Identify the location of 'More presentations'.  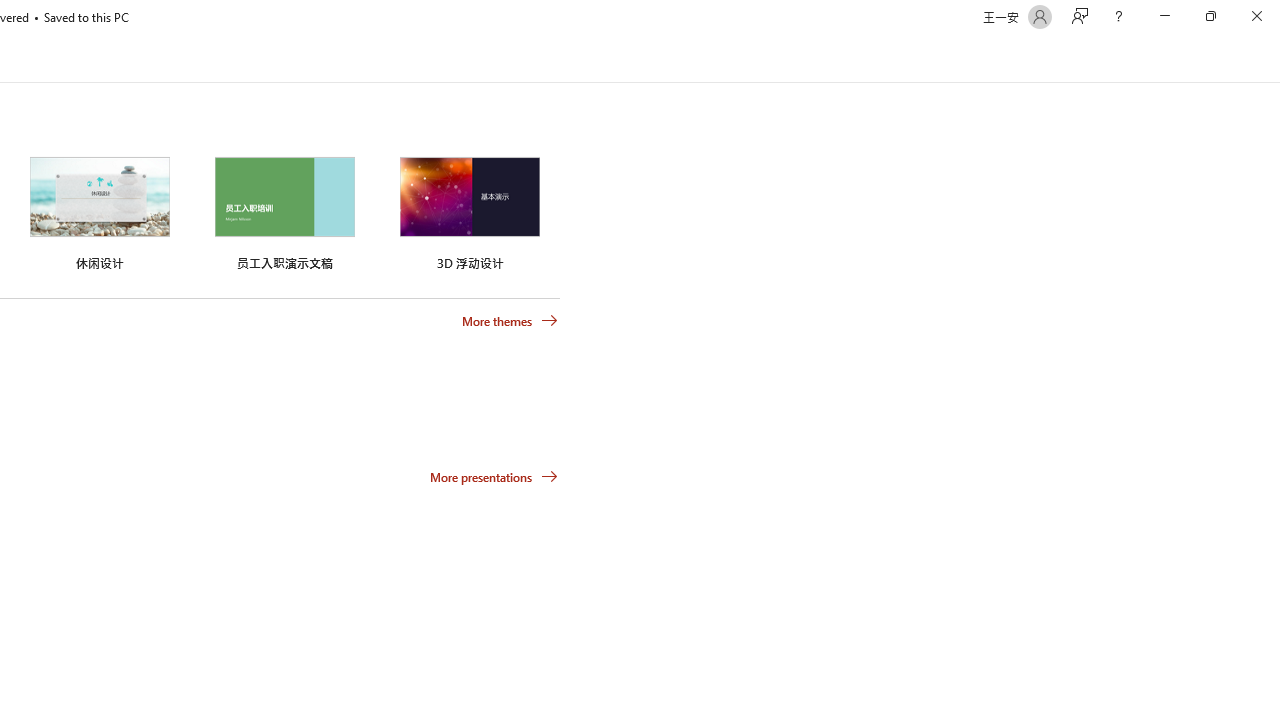
(494, 477).